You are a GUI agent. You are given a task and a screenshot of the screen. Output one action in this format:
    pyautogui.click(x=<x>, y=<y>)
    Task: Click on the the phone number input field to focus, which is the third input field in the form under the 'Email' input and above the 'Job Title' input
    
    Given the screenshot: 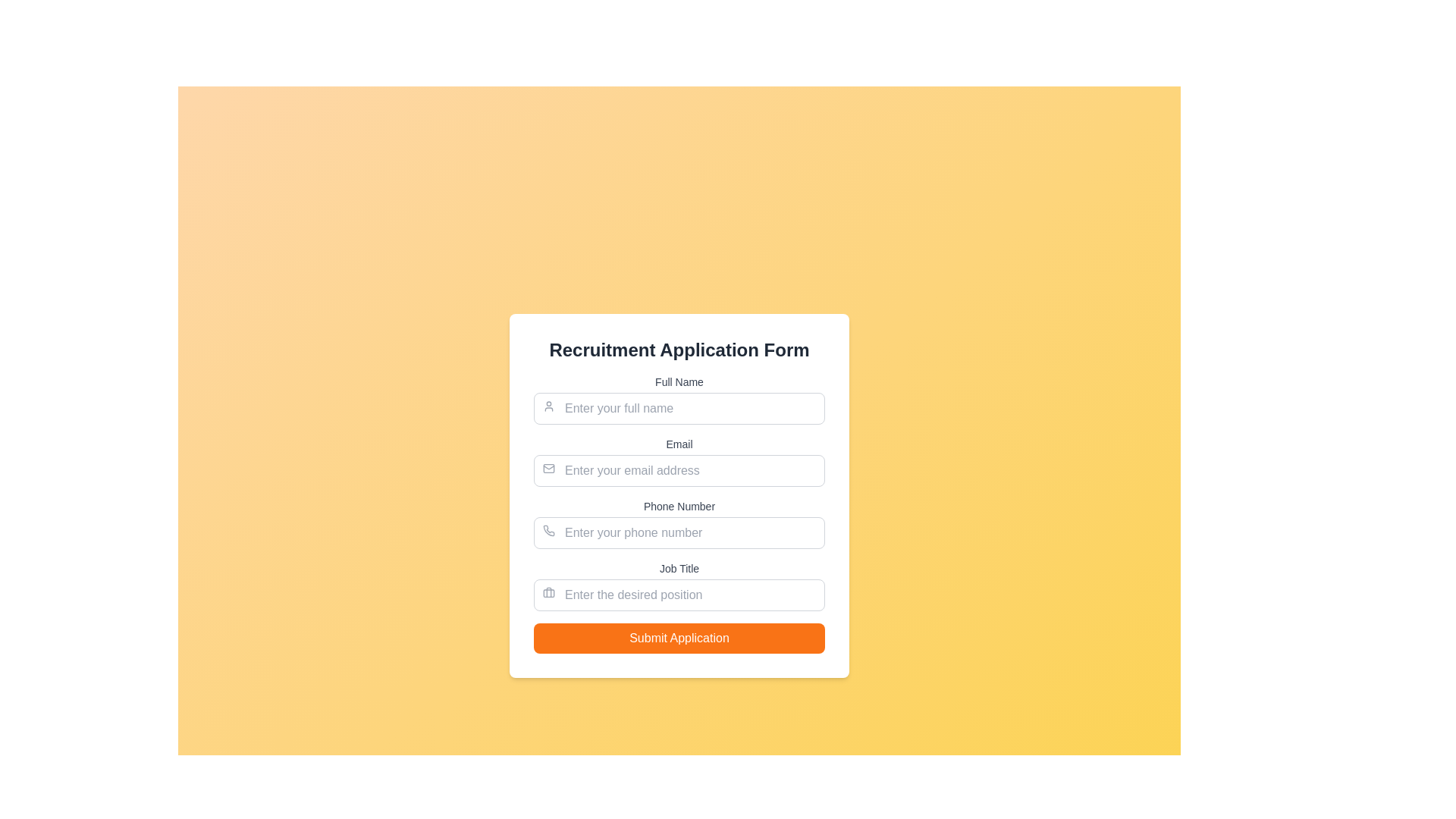 What is the action you would take?
    pyautogui.click(x=679, y=496)
    